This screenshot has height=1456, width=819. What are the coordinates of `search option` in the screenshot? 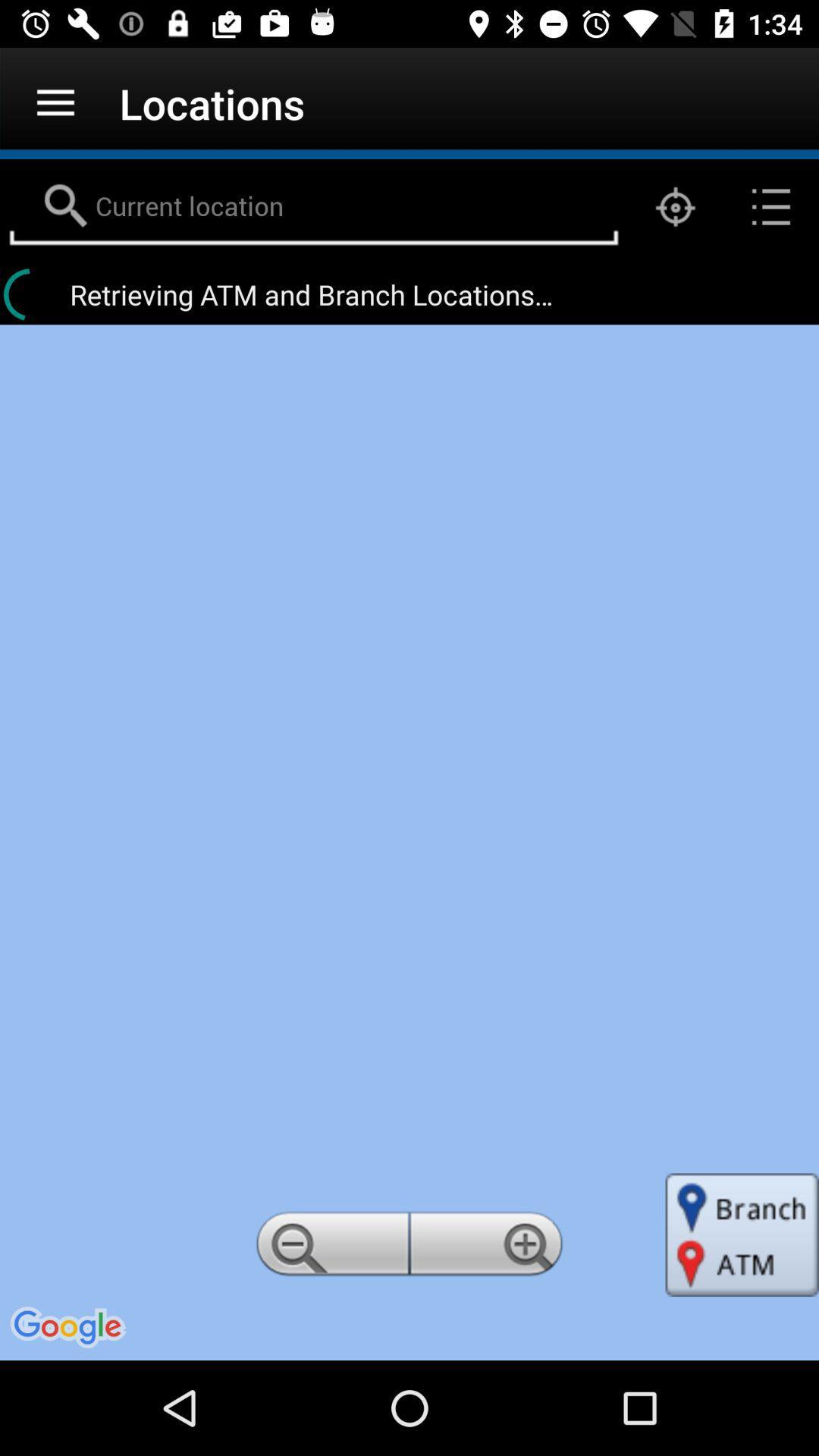 It's located at (312, 206).